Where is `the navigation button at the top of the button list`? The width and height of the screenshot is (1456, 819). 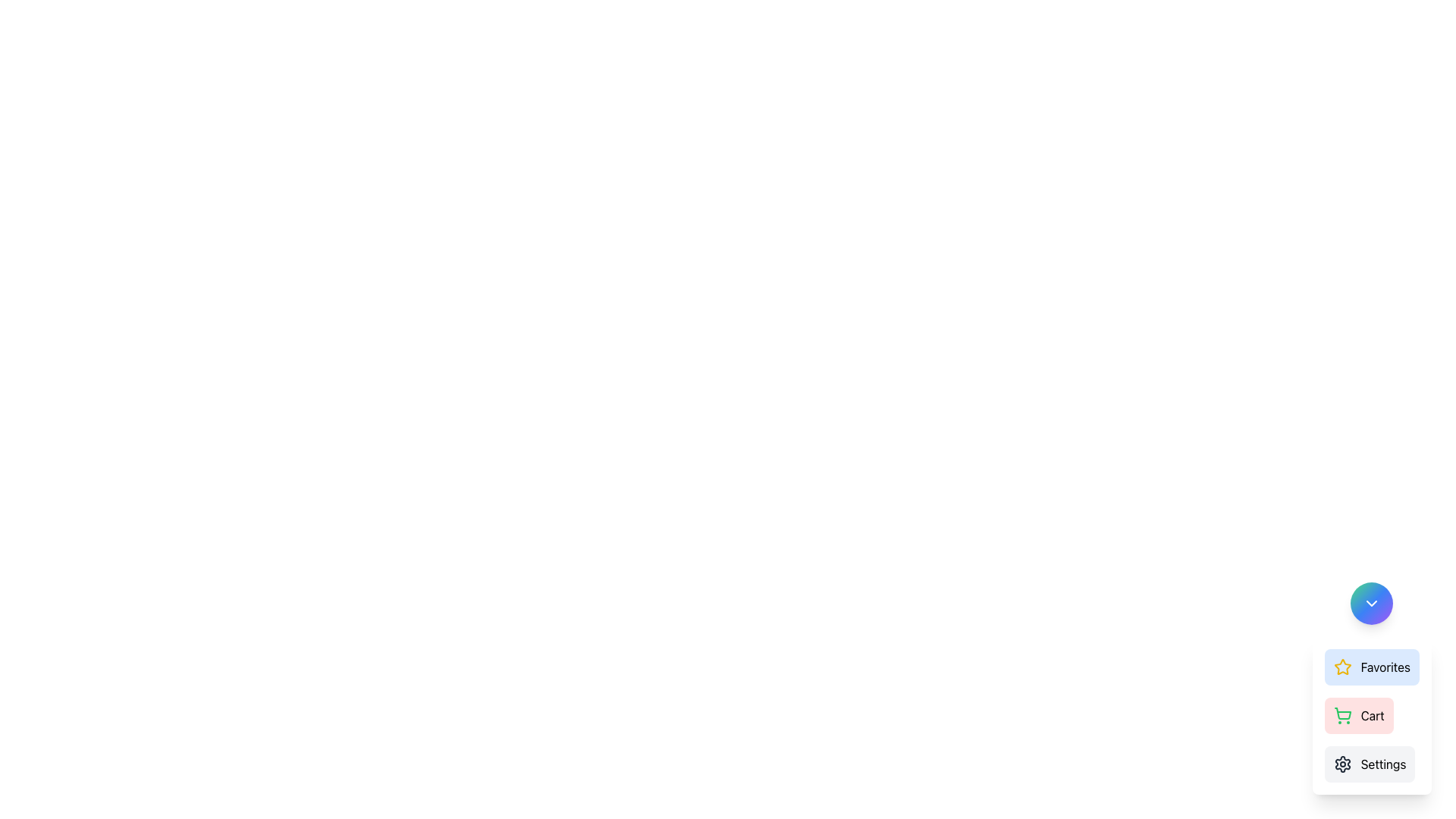 the navigation button at the top of the button list is located at coordinates (1372, 666).